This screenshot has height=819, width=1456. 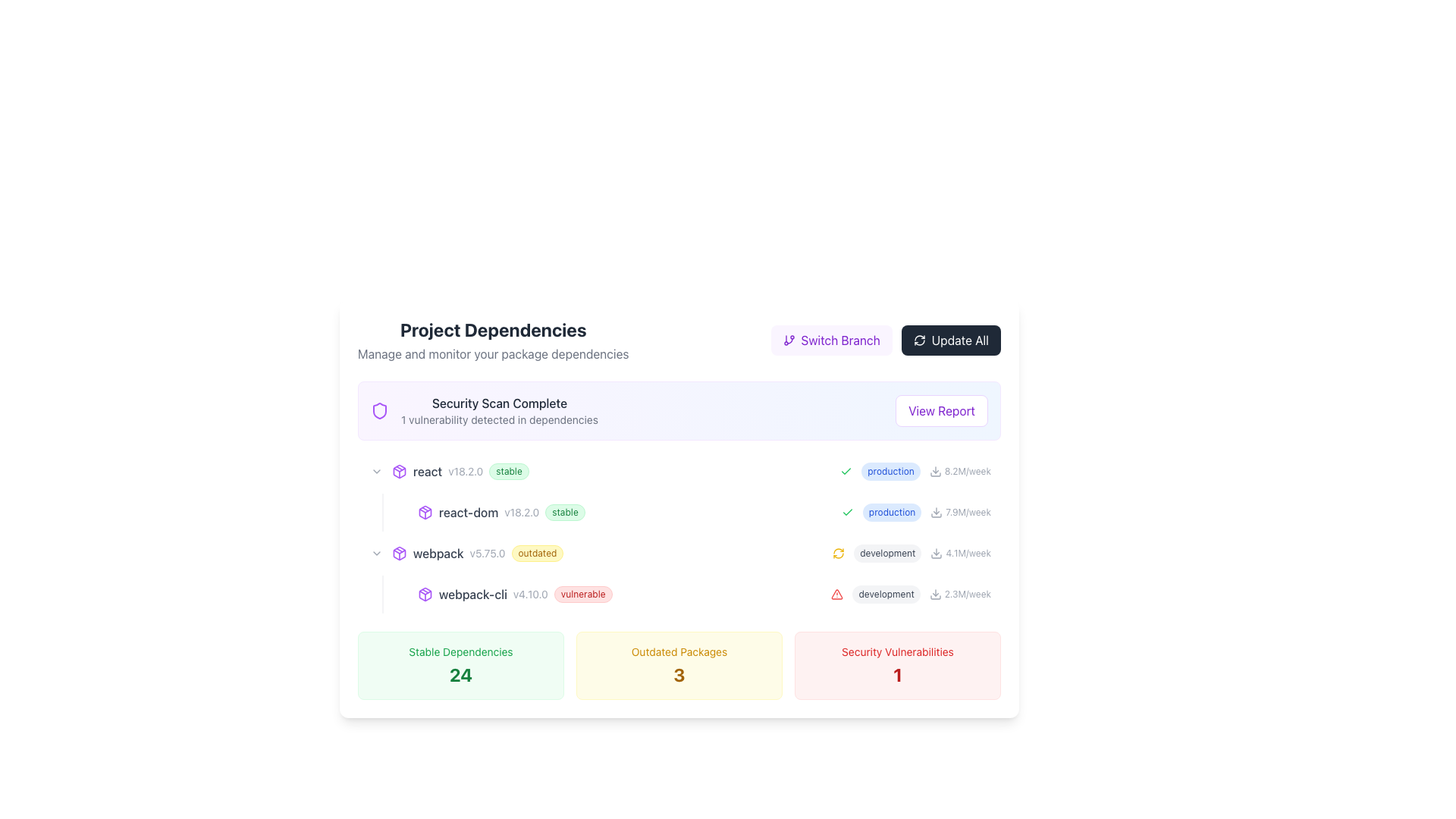 What do you see at coordinates (915, 512) in the screenshot?
I see `'production' label along with its weekly download statistics, which is represented by a green checkmark and a download icon located in the bottom-right section of the interface within the 'react-dom' module entry in the 'Project Dependencies' list` at bounding box center [915, 512].